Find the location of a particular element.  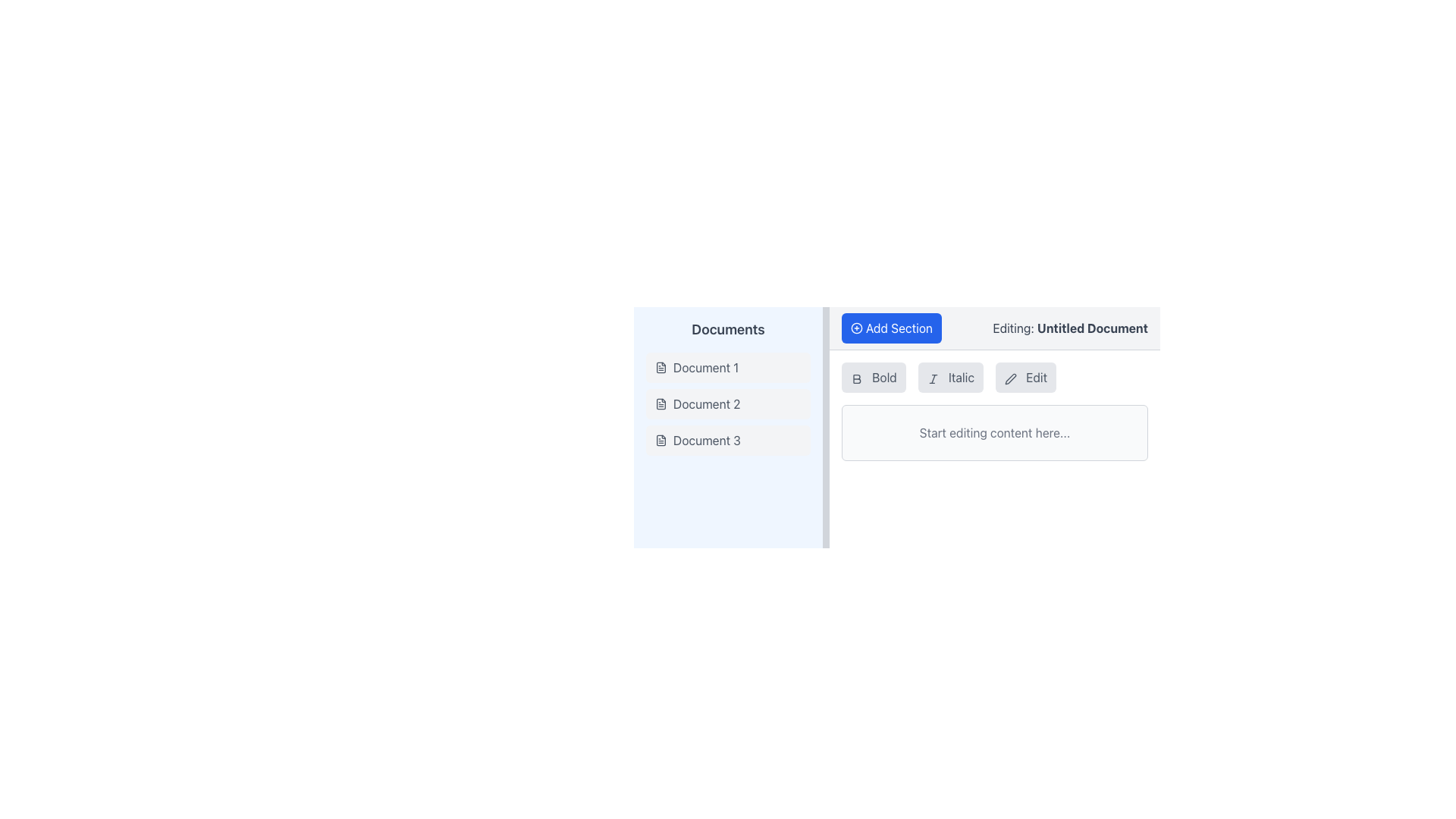

the document icon, which is a simplified image of a piece of paper with a folded corner, located in the first position of a vertical list adjacent to 'Document 1' is located at coordinates (661, 368).